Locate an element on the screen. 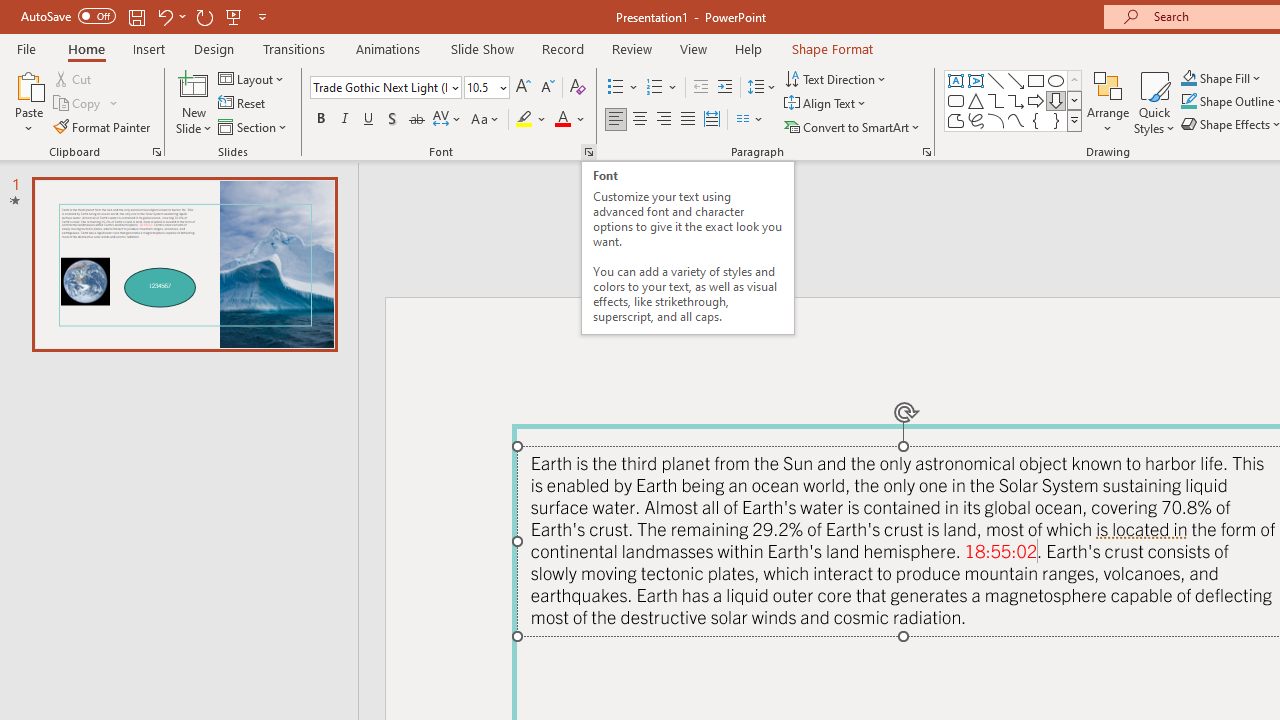  'Font Size' is located at coordinates (480, 86).